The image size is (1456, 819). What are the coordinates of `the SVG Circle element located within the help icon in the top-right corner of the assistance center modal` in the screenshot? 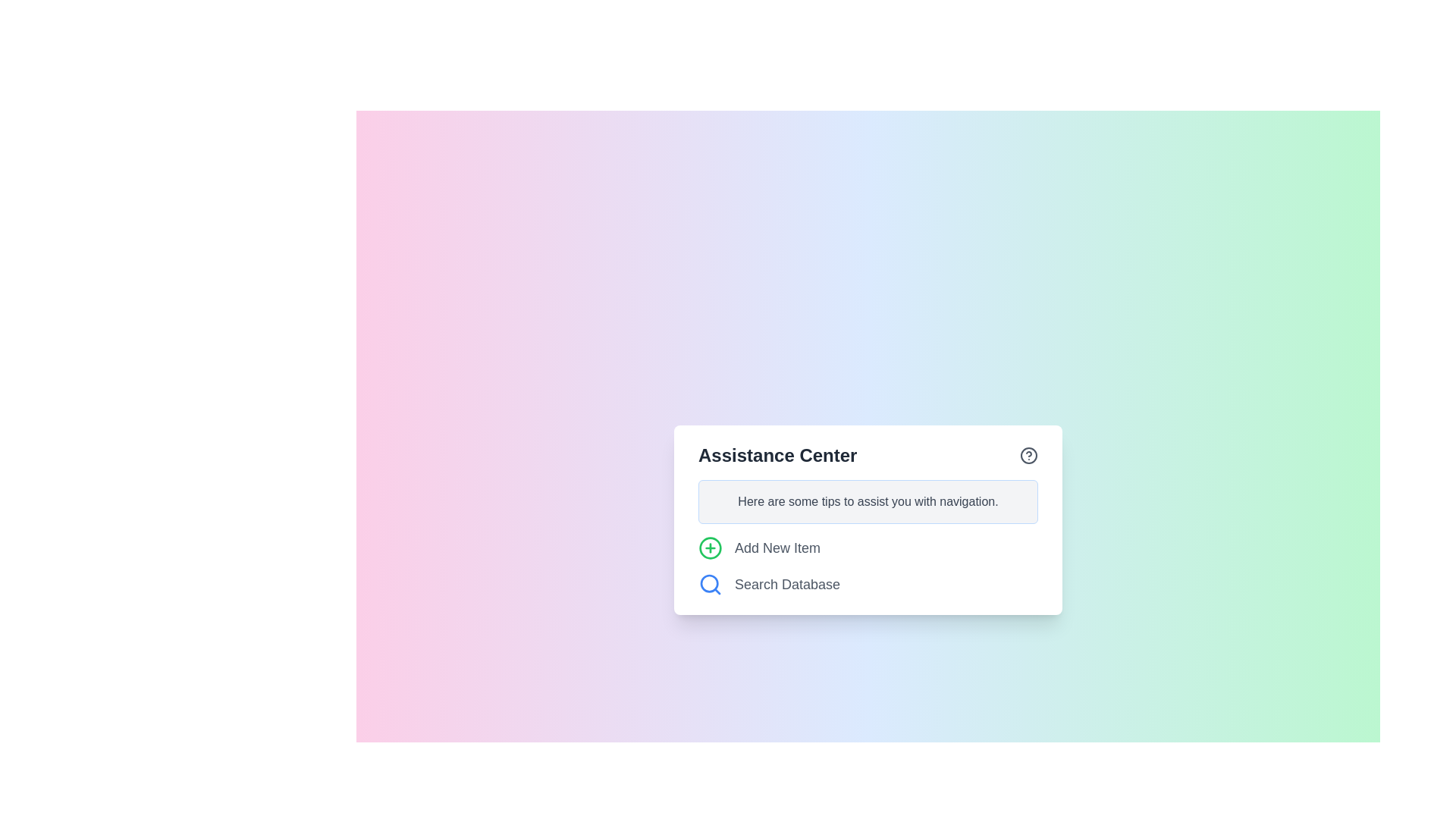 It's located at (1029, 455).